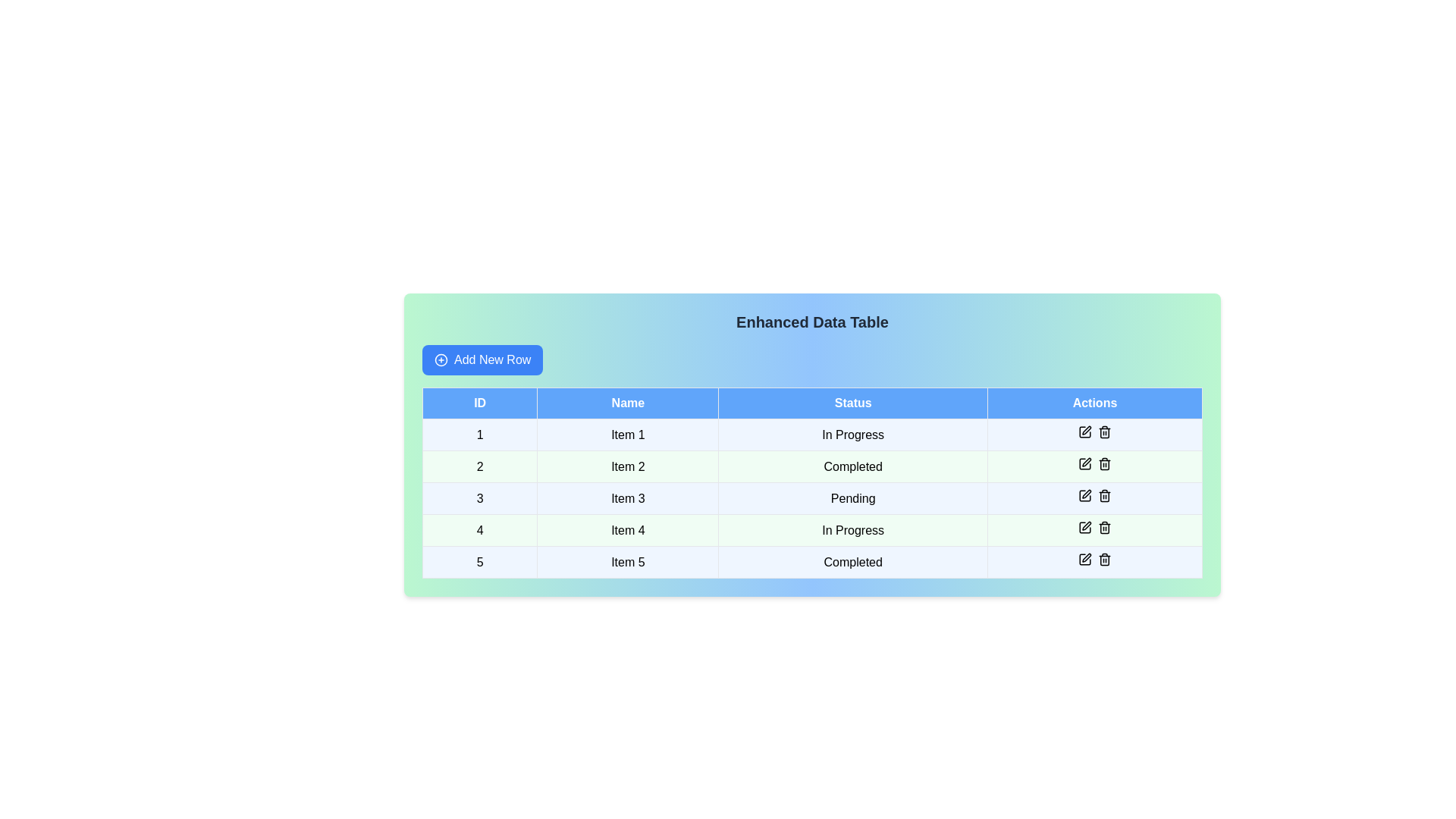 Image resolution: width=1456 pixels, height=819 pixels. What do you see at coordinates (1084, 526) in the screenshot?
I see `the editing action icon resembling a pen located in the 'Actions' column of the fourth row of the data table` at bounding box center [1084, 526].